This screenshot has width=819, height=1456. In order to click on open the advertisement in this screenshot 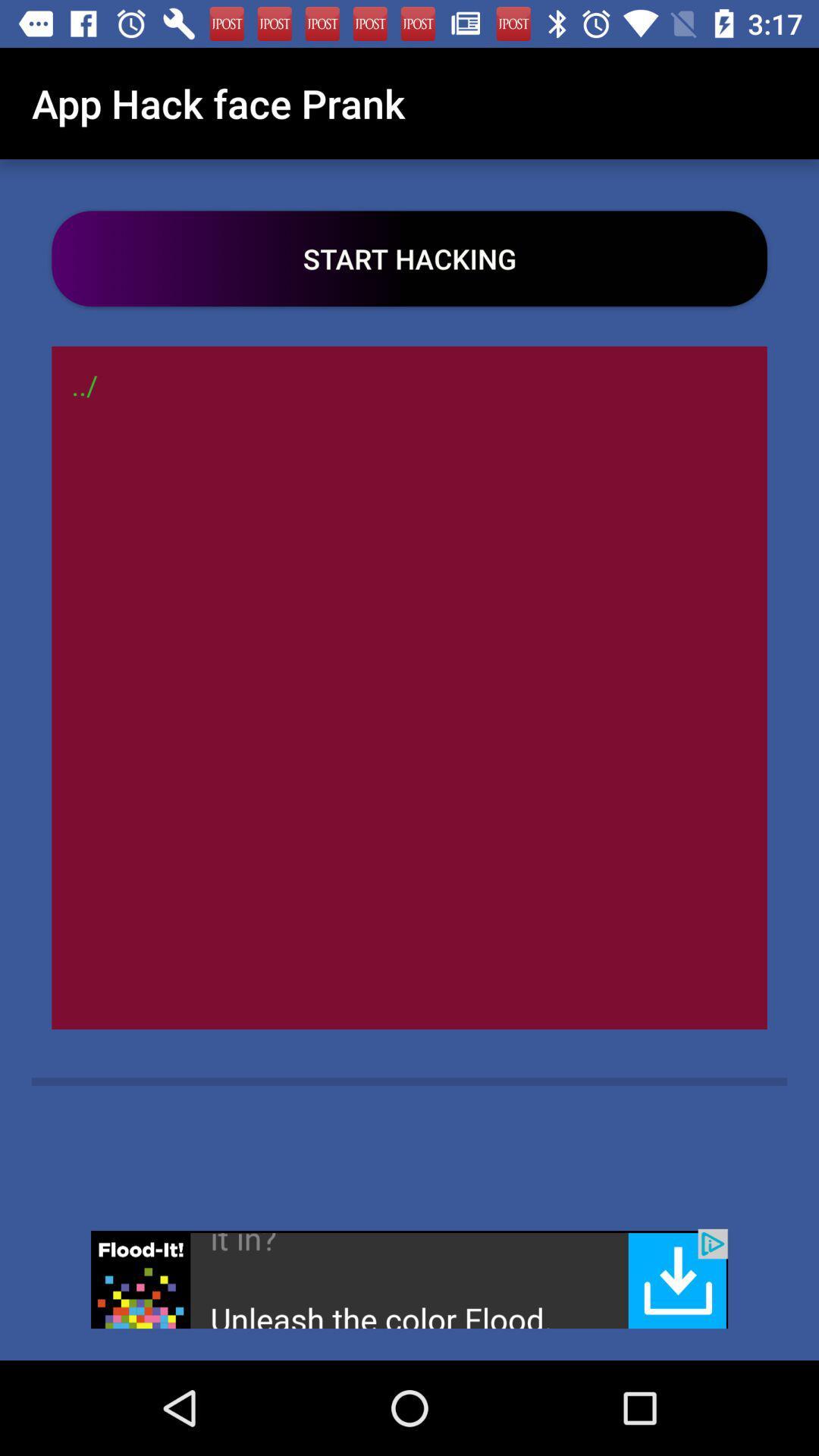, I will do `click(409, 1278)`.